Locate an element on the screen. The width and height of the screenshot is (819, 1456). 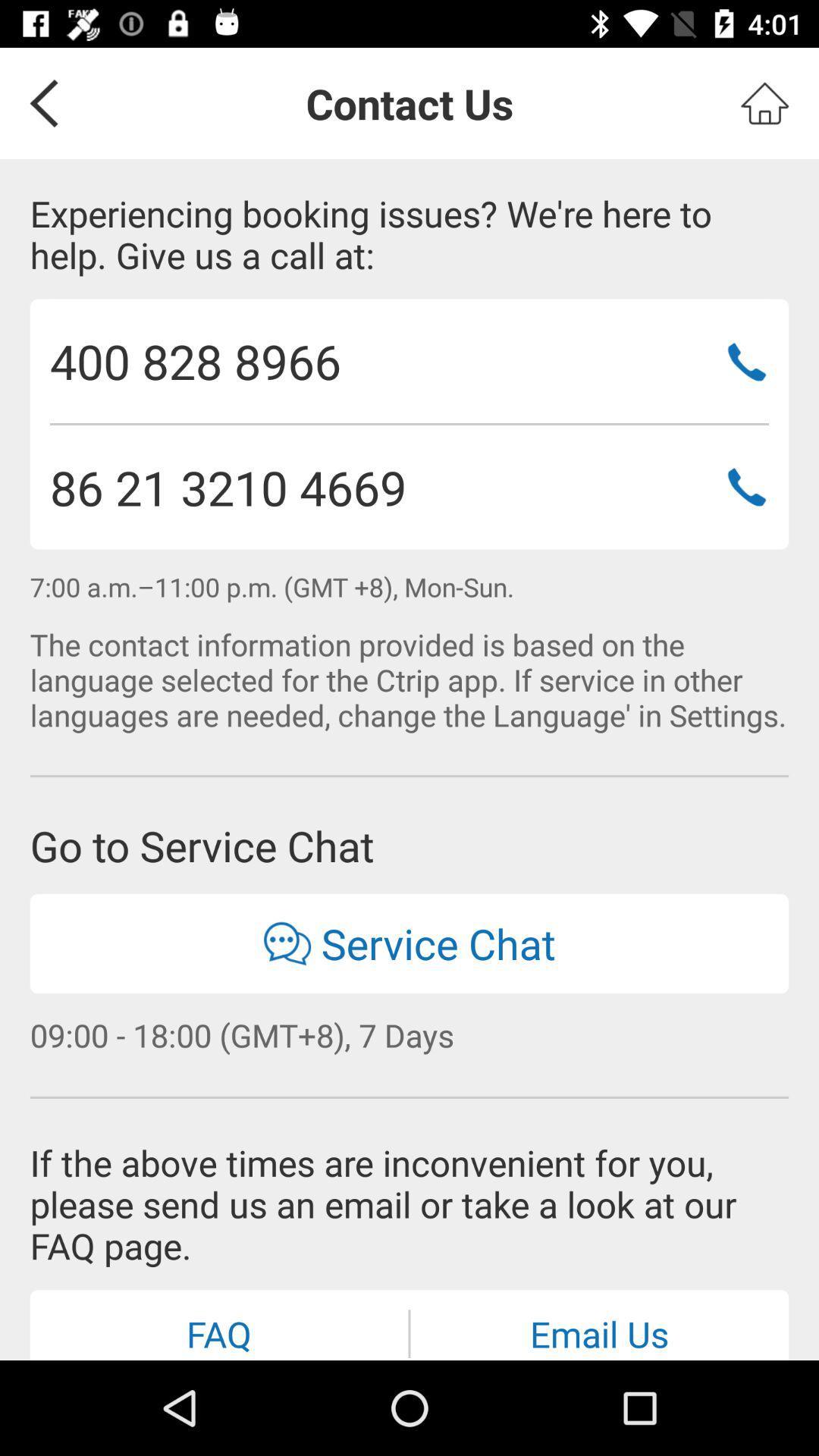
go home is located at coordinates (764, 102).